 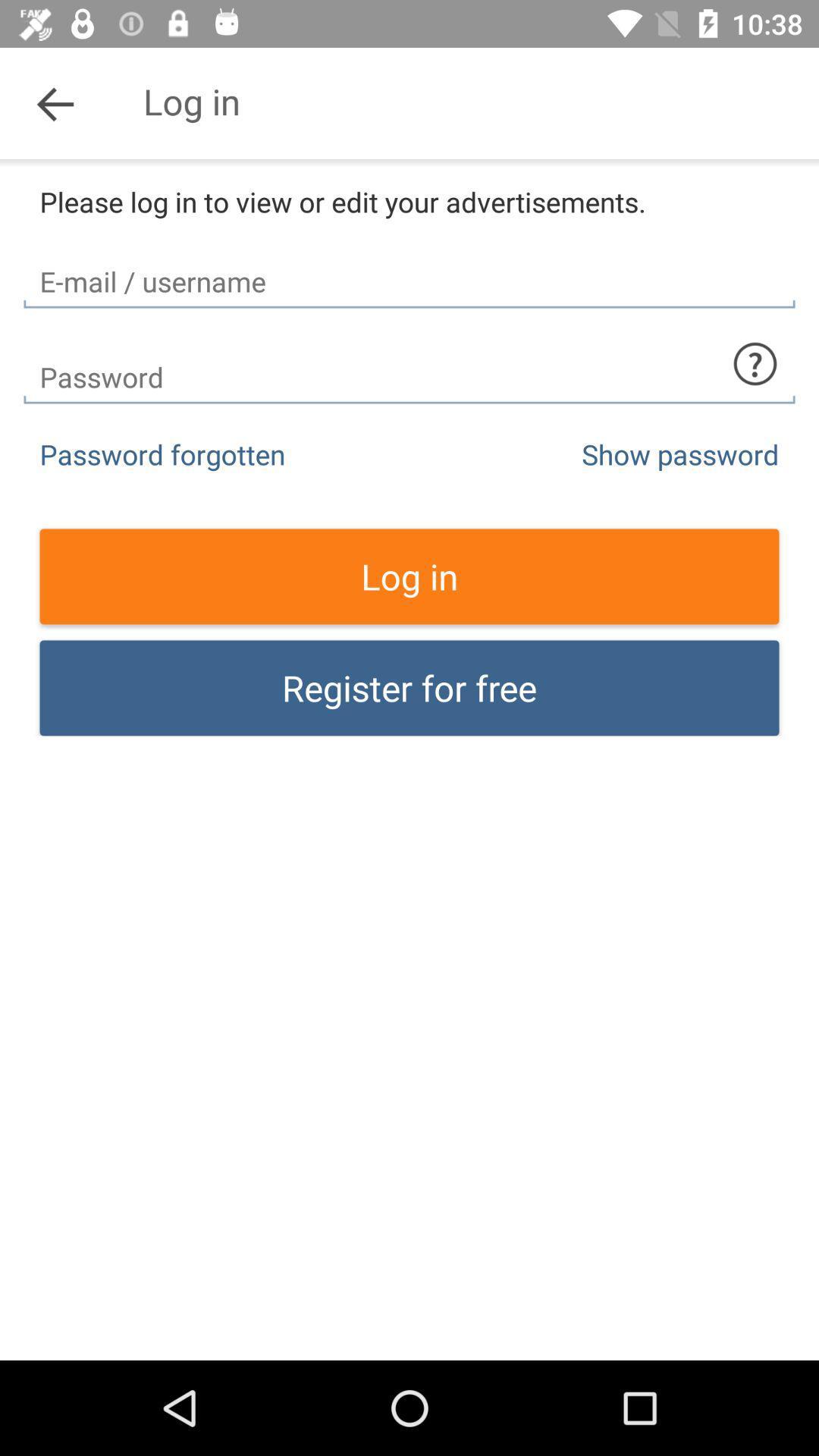 I want to click on the item below the log in icon, so click(x=409, y=687).